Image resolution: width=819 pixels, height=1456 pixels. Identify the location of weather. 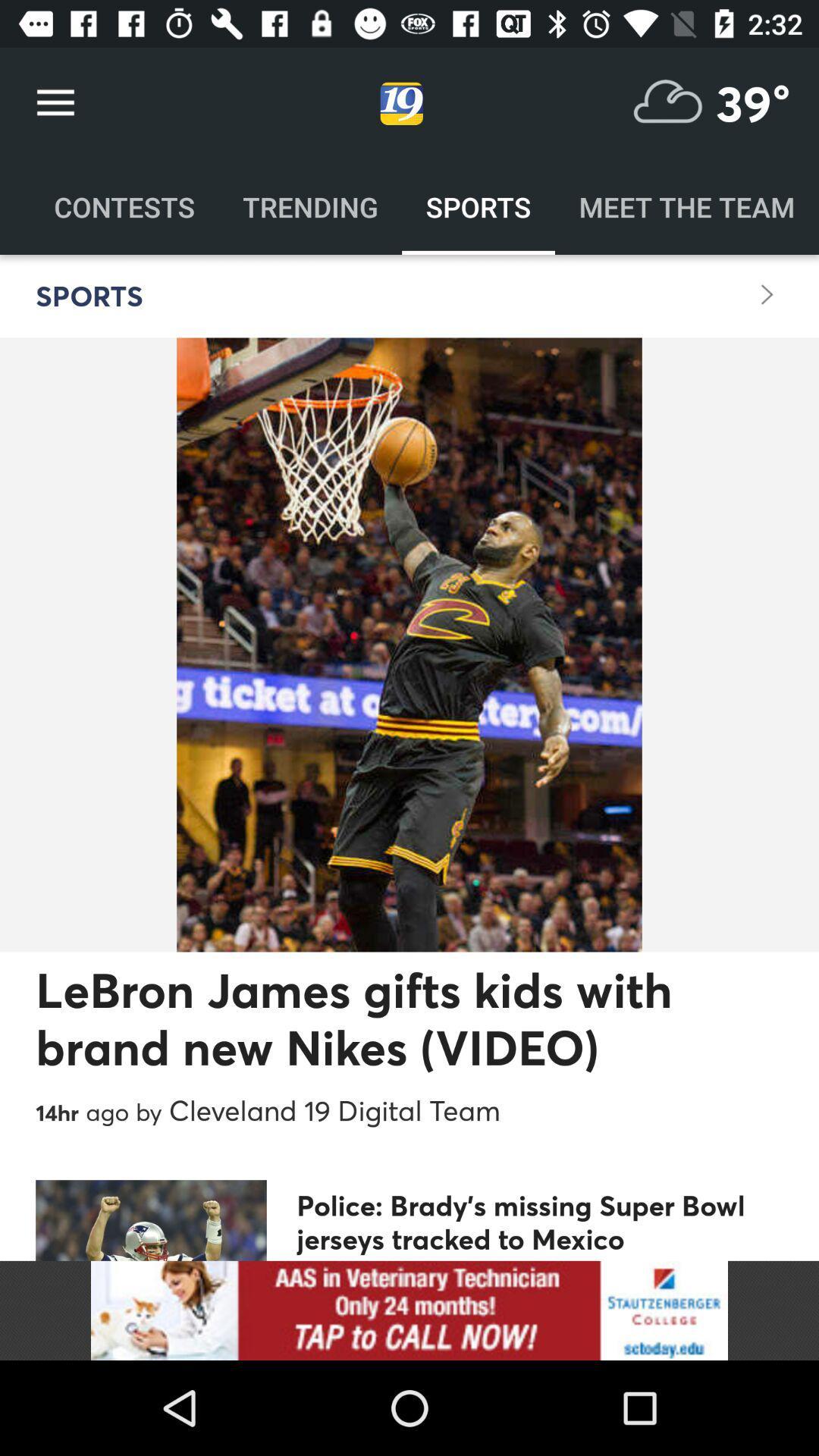
(667, 102).